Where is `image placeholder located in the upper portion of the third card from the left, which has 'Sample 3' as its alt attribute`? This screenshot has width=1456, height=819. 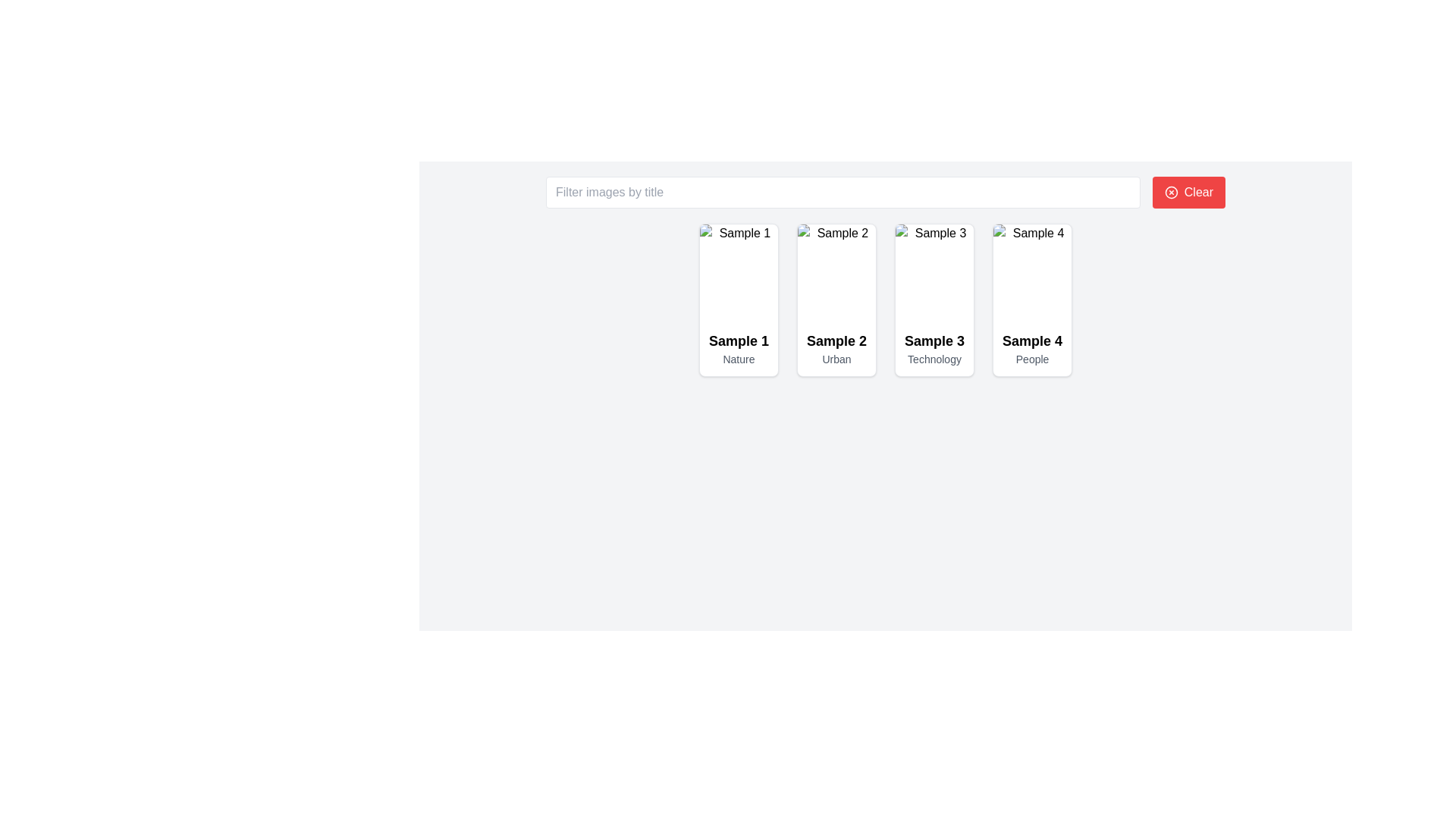
image placeholder located in the upper portion of the third card from the left, which has 'Sample 3' as its alt attribute is located at coordinates (934, 271).